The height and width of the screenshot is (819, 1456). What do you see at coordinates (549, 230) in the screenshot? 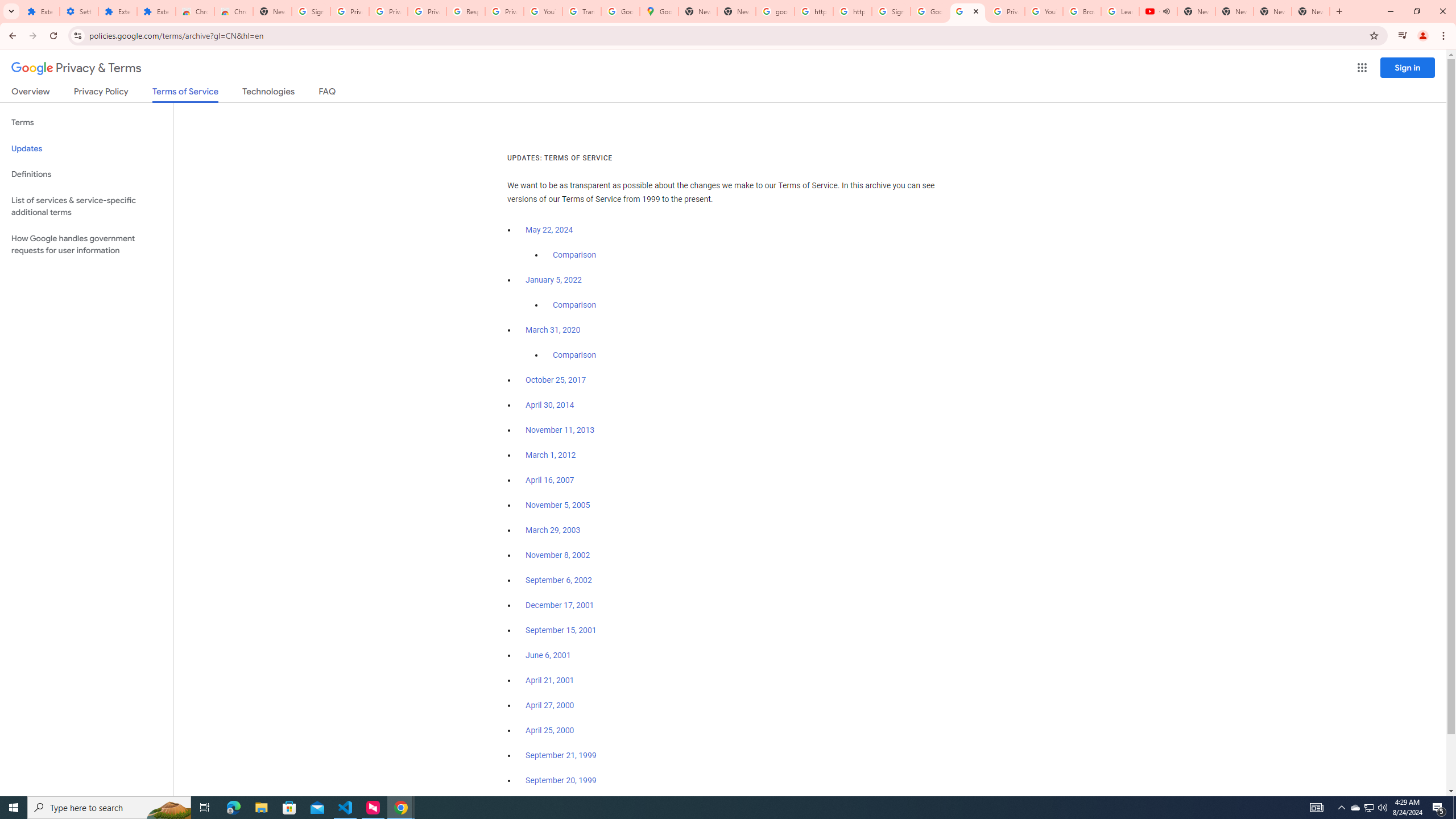
I see `'May 22, 2024'` at bounding box center [549, 230].